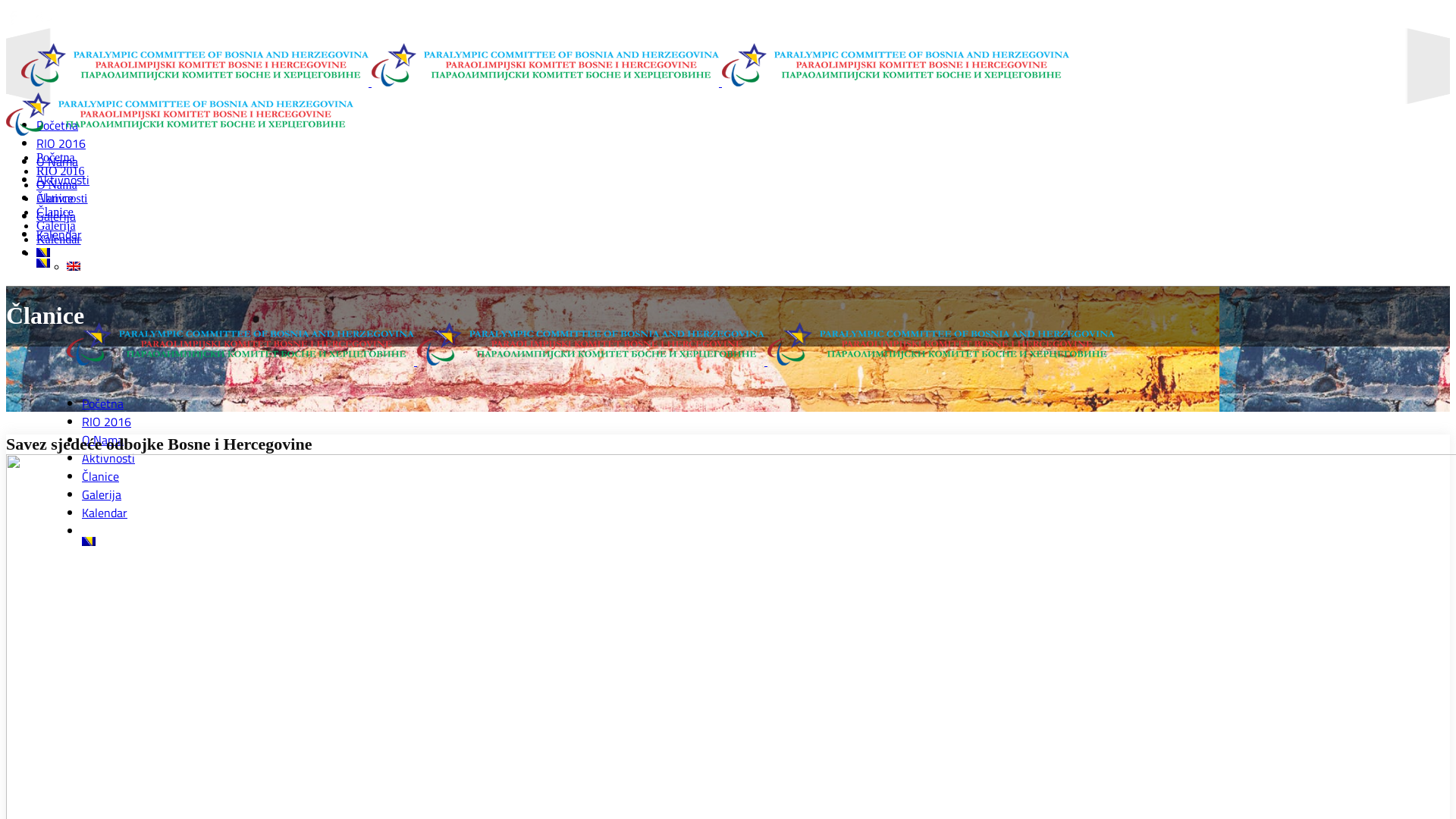  Describe the element at coordinates (61, 143) in the screenshot. I see `'RIO 2016'` at that location.